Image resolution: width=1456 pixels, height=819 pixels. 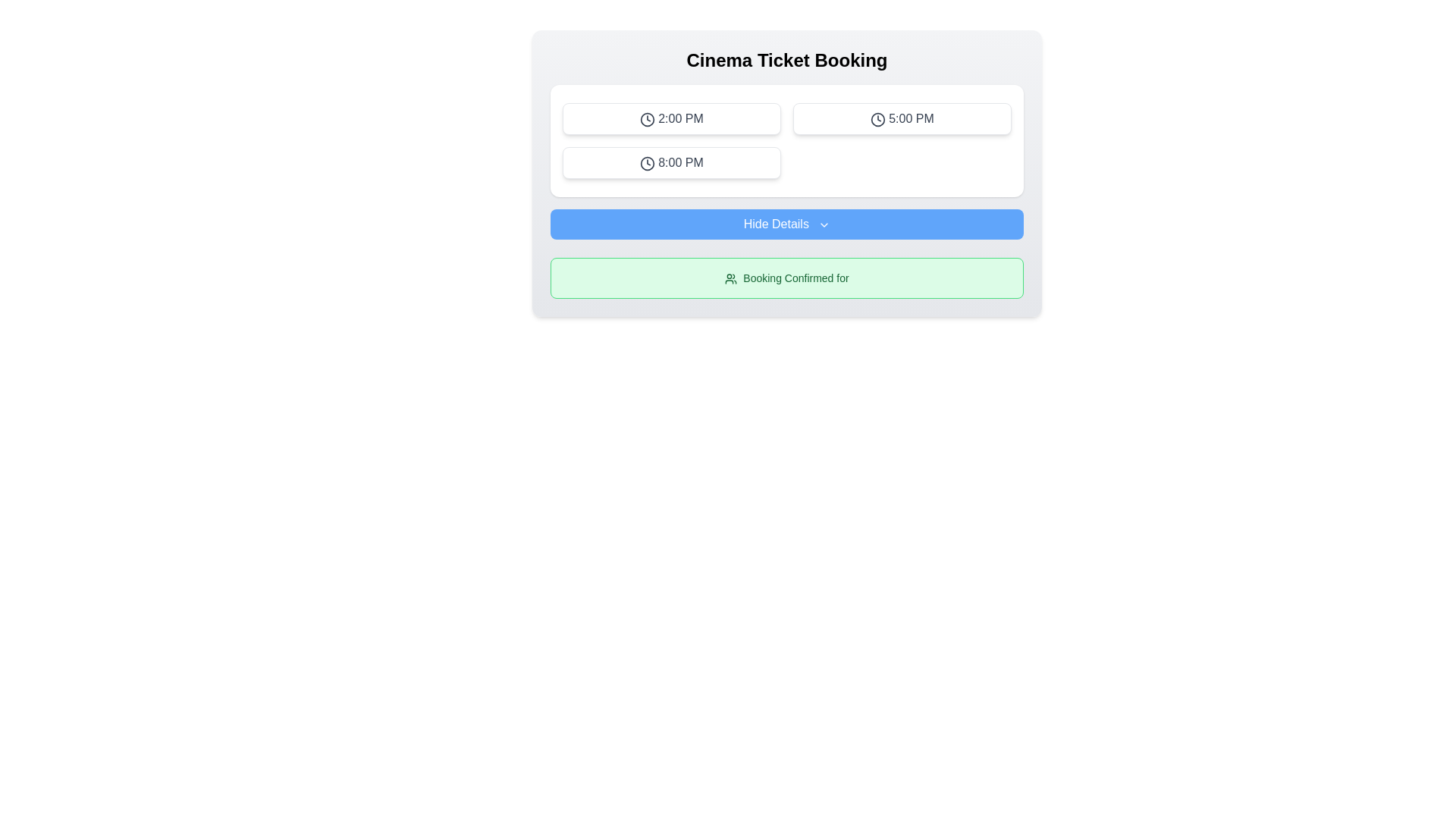 What do you see at coordinates (671, 118) in the screenshot?
I see `the button displaying '2:00 PM' with a clock icon` at bounding box center [671, 118].